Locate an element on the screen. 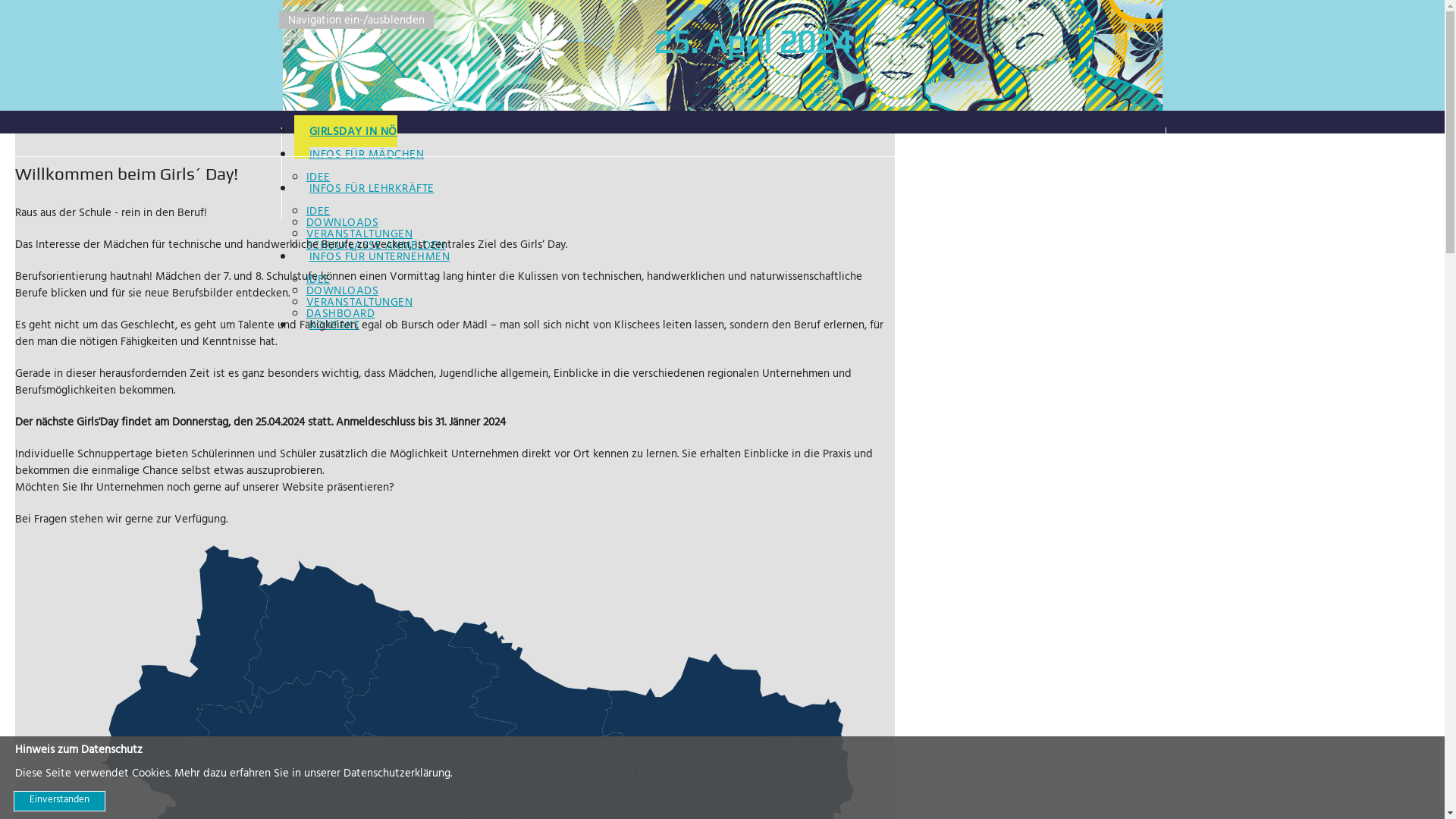 The image size is (1456, 819). 'Einverstanden' is located at coordinates (59, 800).